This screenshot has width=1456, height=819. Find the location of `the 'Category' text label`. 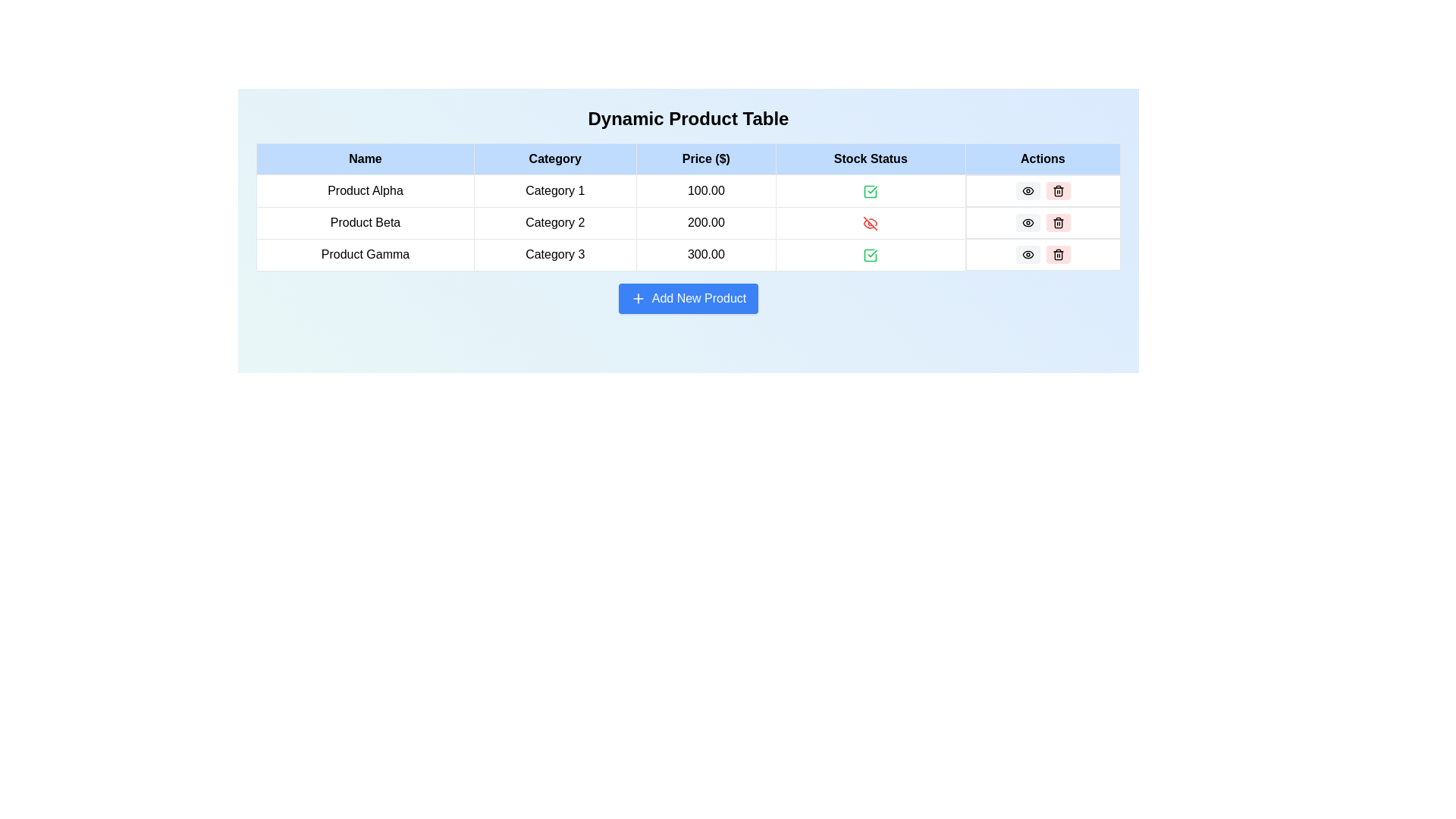

the 'Category' text label is located at coordinates (554, 190).